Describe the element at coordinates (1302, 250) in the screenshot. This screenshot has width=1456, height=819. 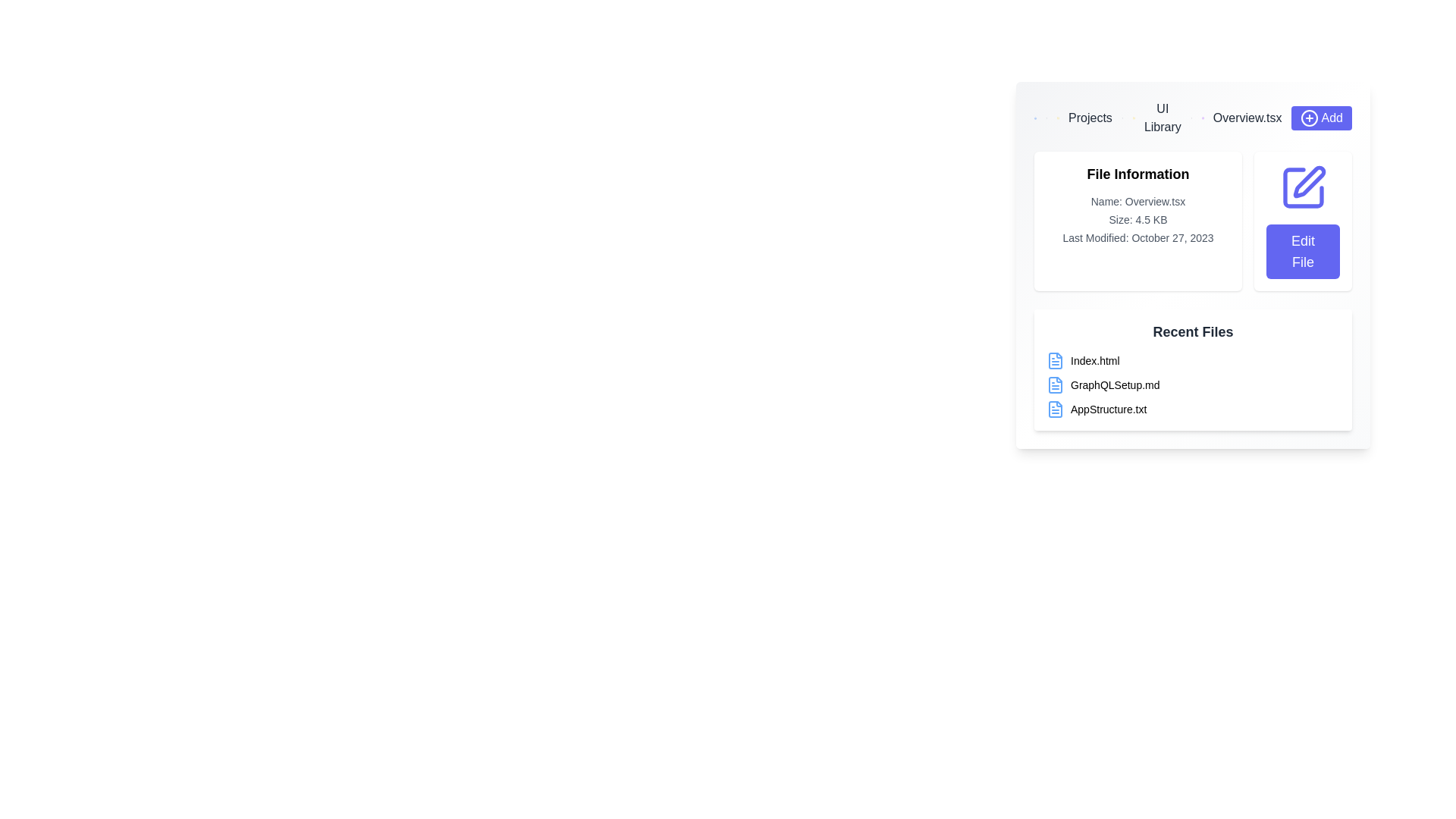
I see `the edit button located at the bottom section of the card with shadow and rounded corners, which opens an editor for modifying the displayed file` at that location.